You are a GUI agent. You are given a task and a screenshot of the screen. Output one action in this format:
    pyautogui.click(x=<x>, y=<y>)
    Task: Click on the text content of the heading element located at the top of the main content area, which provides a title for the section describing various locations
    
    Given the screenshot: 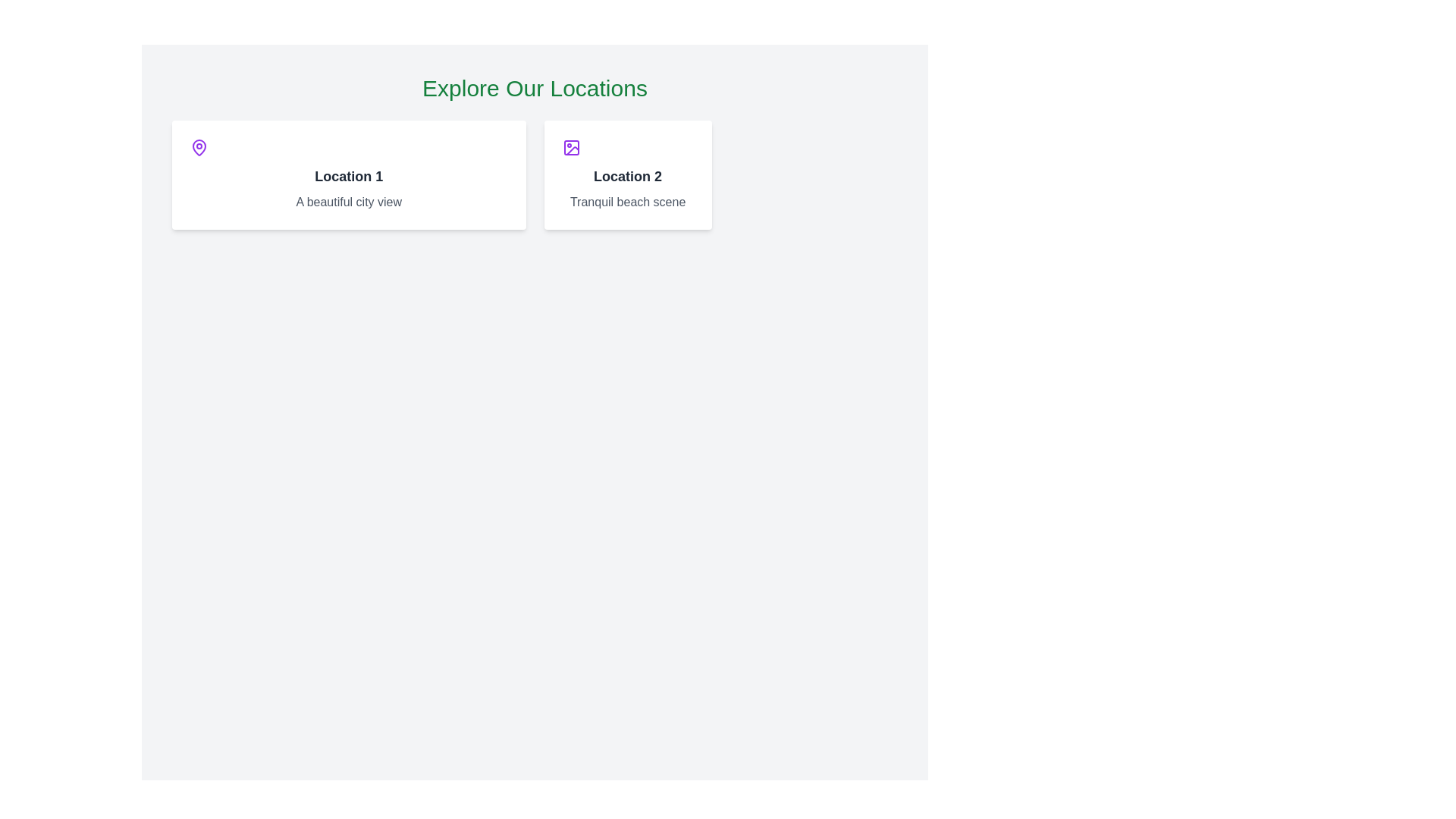 What is the action you would take?
    pyautogui.click(x=535, y=88)
    